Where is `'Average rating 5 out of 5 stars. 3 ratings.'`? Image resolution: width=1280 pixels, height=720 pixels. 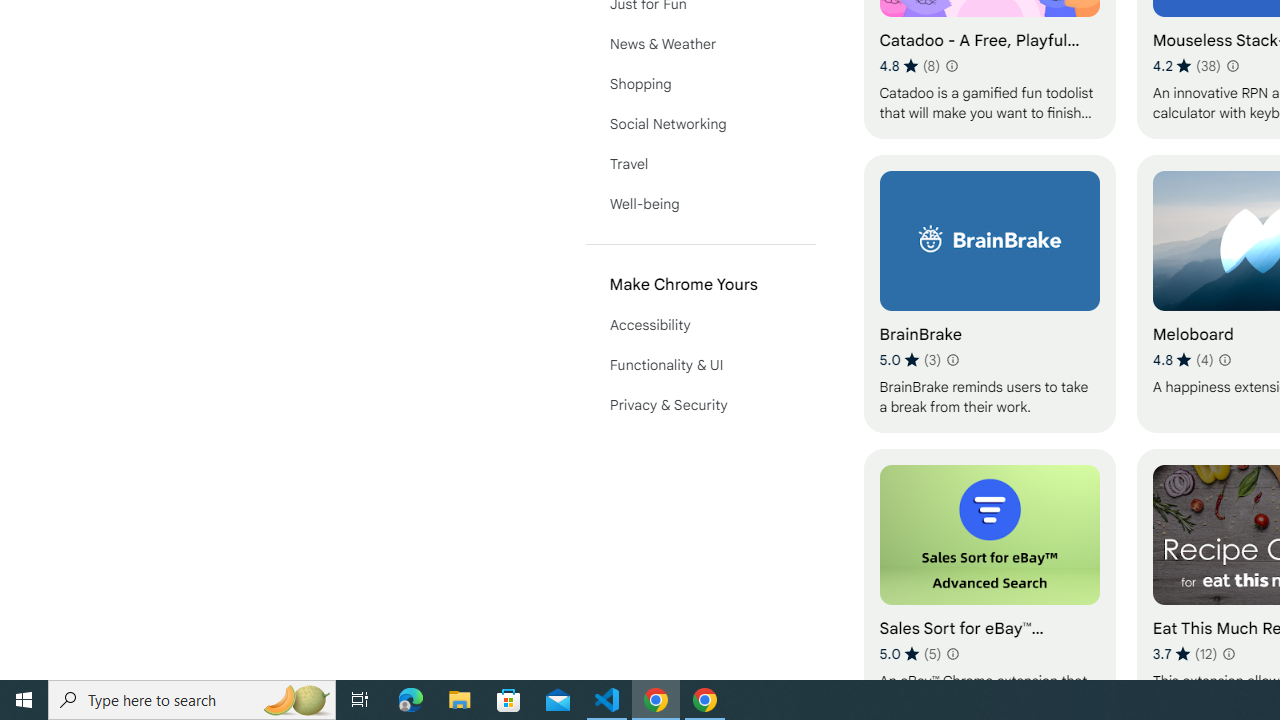 'Average rating 5 out of 5 stars. 3 ratings.' is located at coordinates (909, 360).